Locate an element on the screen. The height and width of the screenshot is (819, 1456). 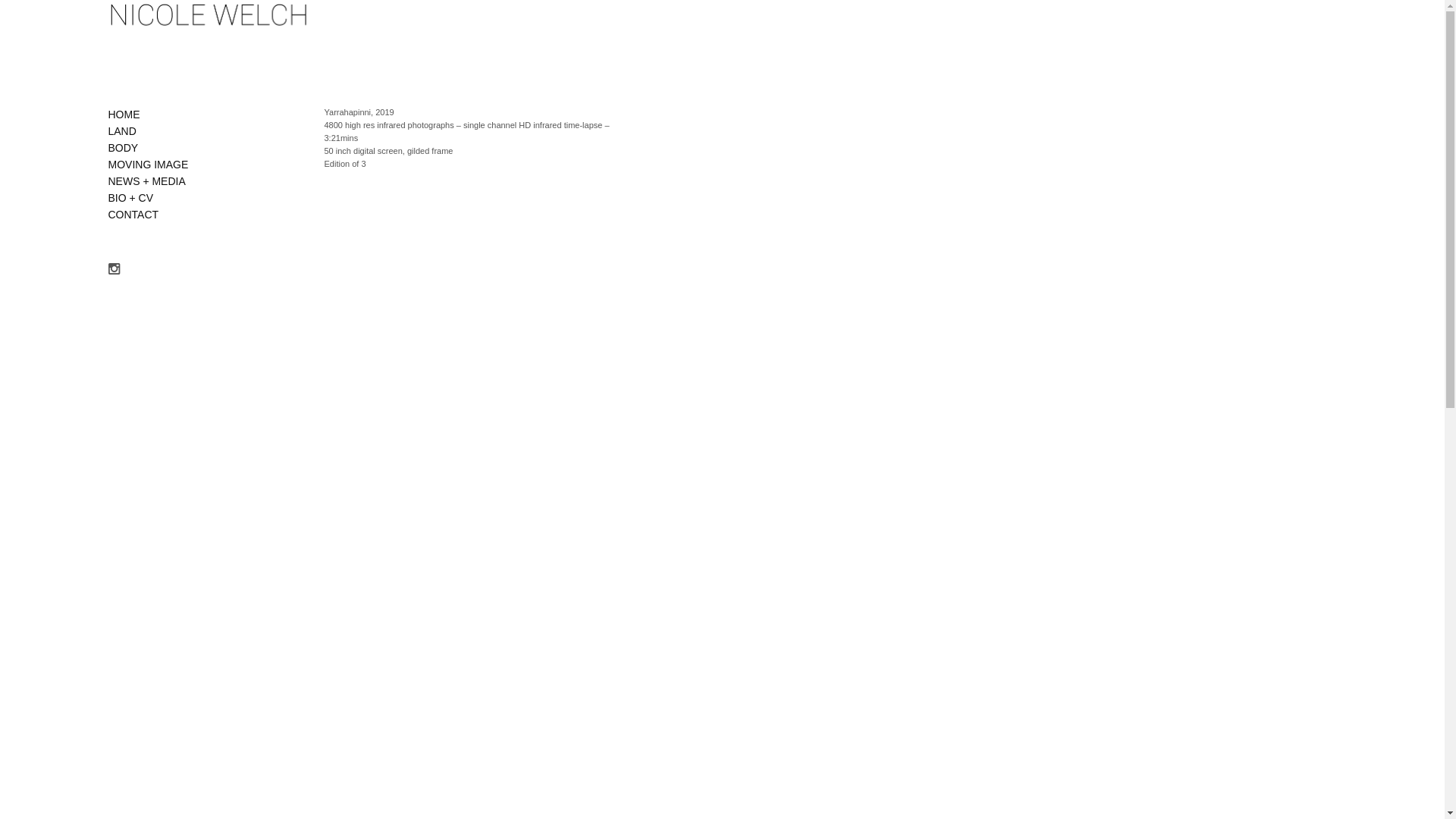
'BODY' is located at coordinates (123, 148).